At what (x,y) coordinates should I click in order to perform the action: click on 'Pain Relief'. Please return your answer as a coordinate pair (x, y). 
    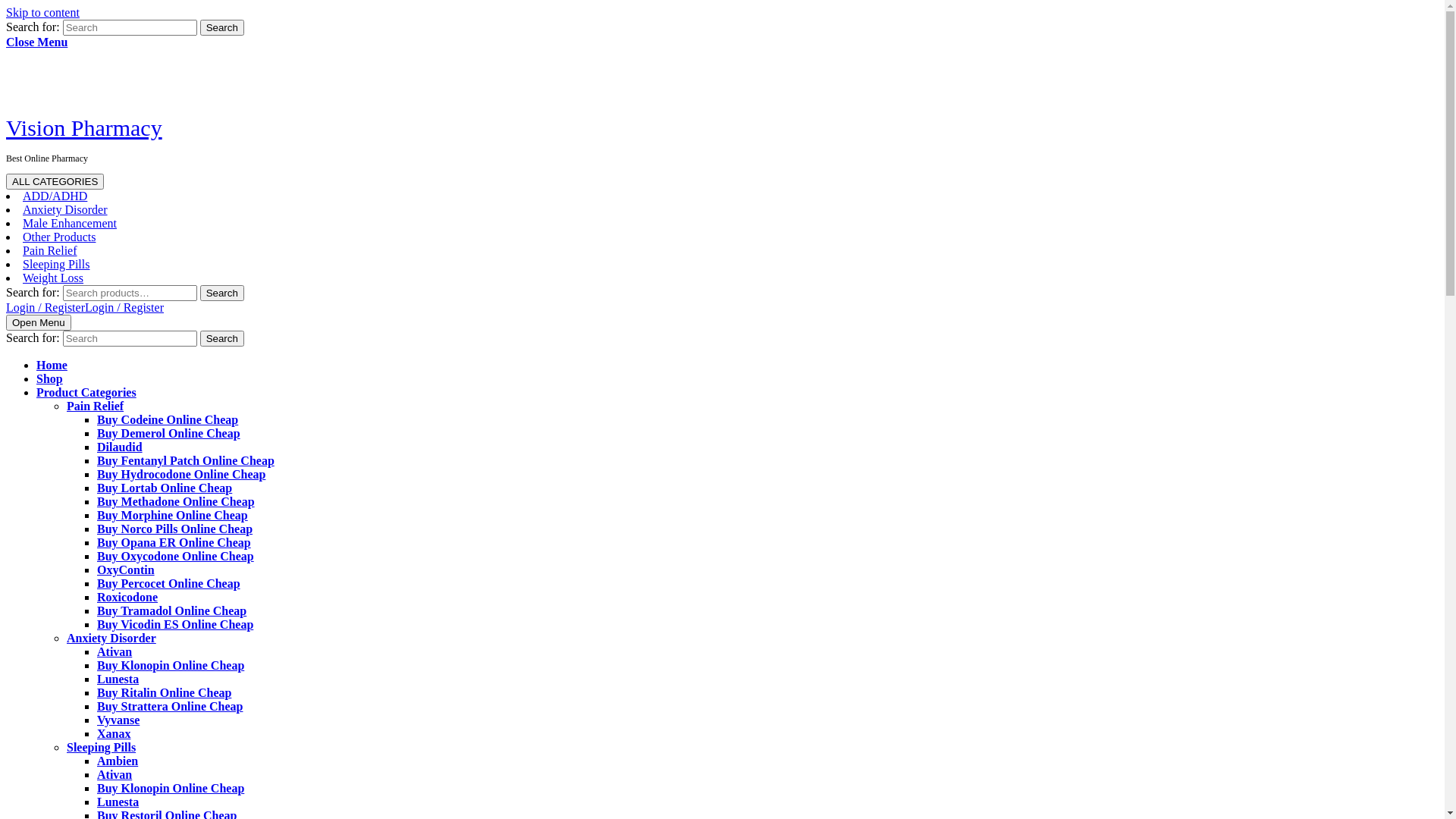
    Looking at the image, I should click on (50, 249).